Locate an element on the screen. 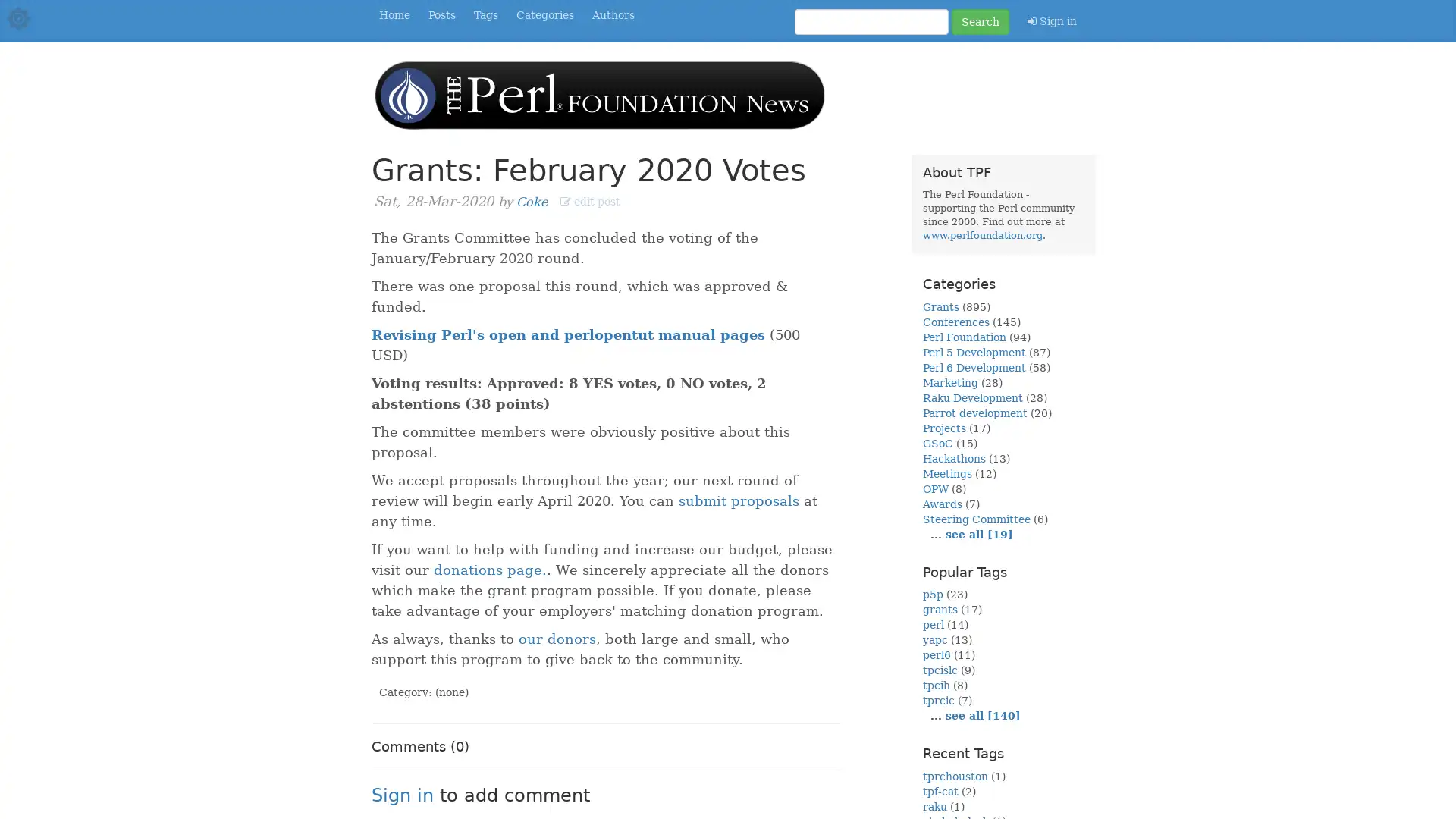  Search is located at coordinates (980, 22).